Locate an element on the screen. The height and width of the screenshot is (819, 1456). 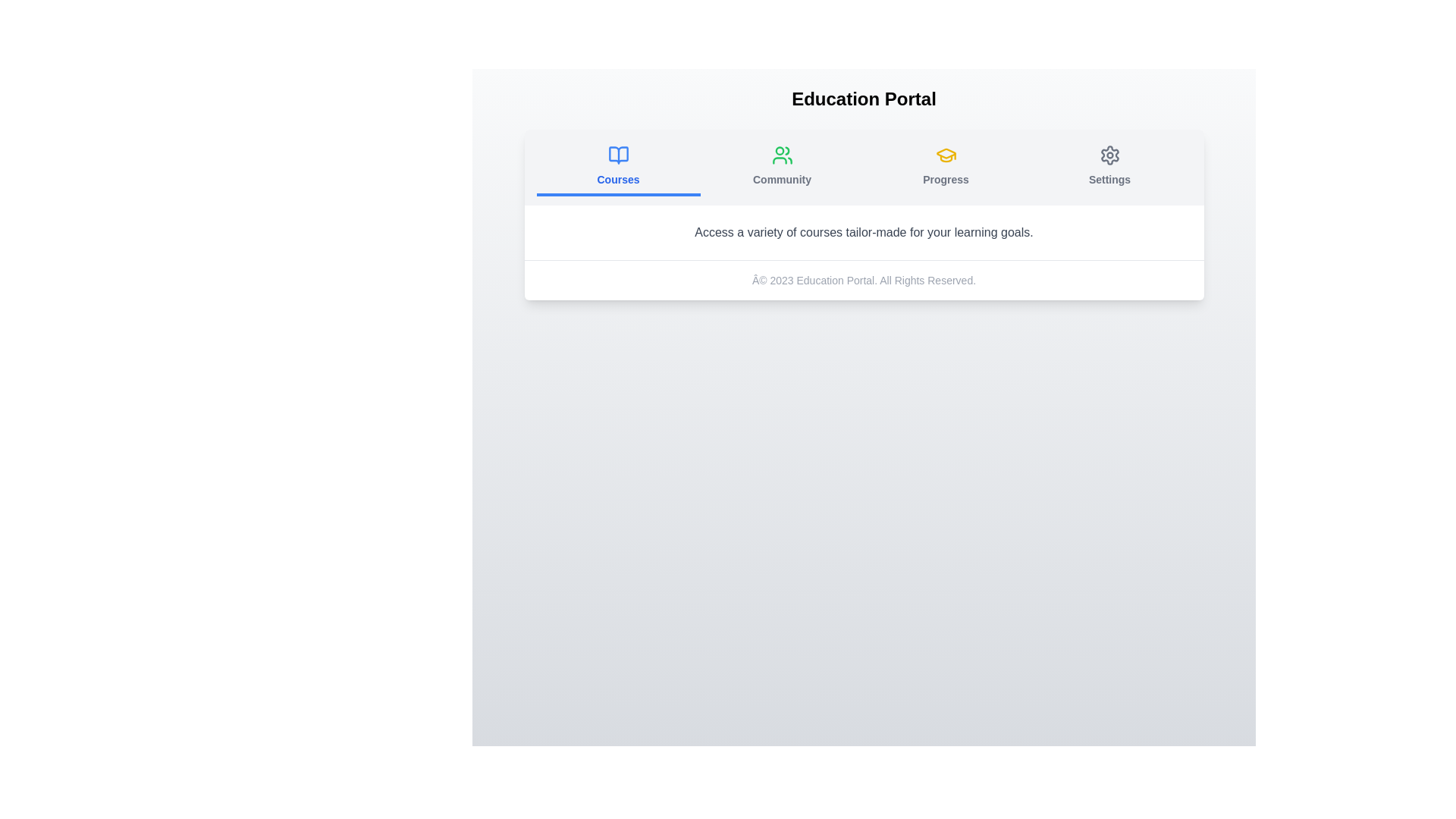
the Community icon located centrally in the Community section of the menu layout is located at coordinates (782, 155).